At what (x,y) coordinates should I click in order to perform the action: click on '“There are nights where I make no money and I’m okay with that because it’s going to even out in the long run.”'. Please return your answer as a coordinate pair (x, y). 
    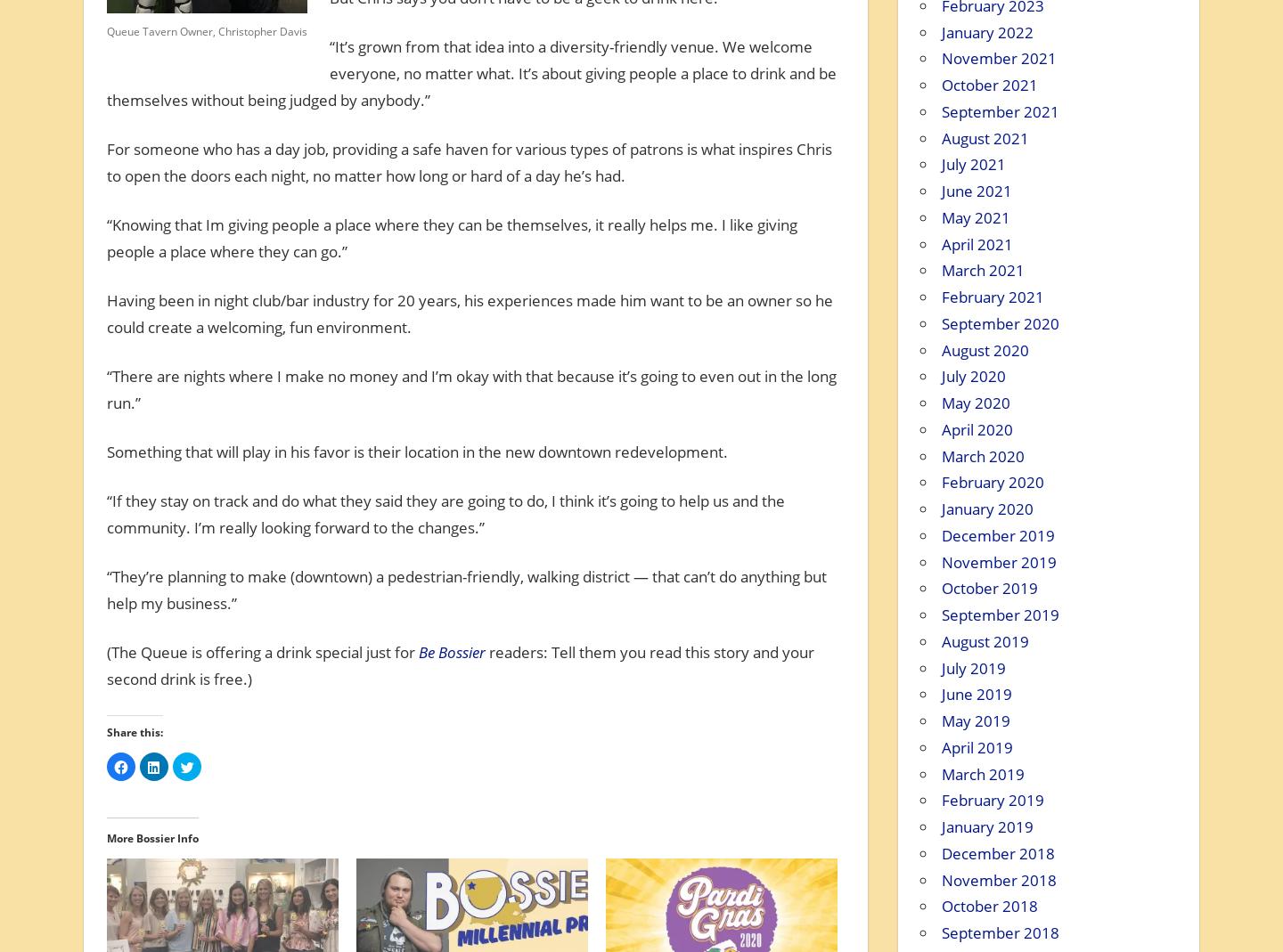
    Looking at the image, I should click on (470, 388).